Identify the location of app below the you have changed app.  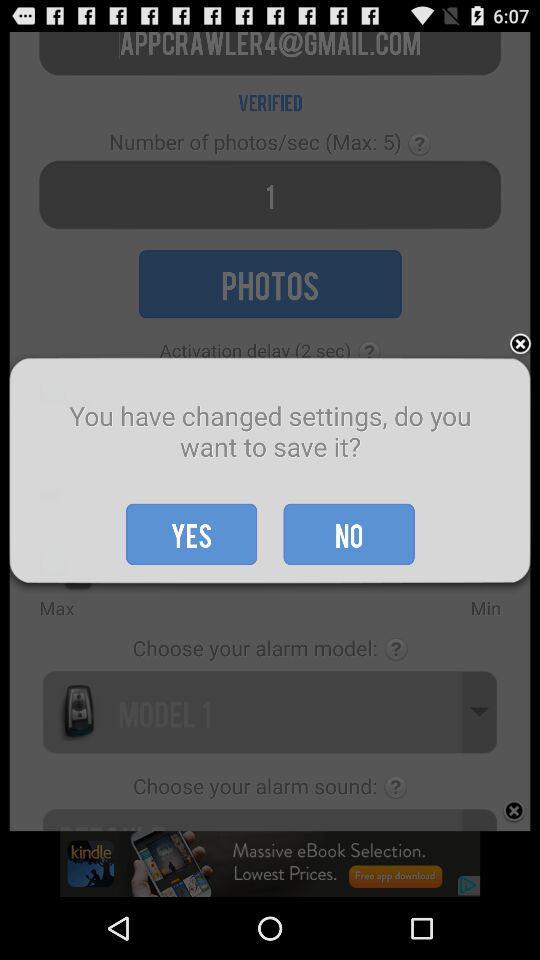
(348, 533).